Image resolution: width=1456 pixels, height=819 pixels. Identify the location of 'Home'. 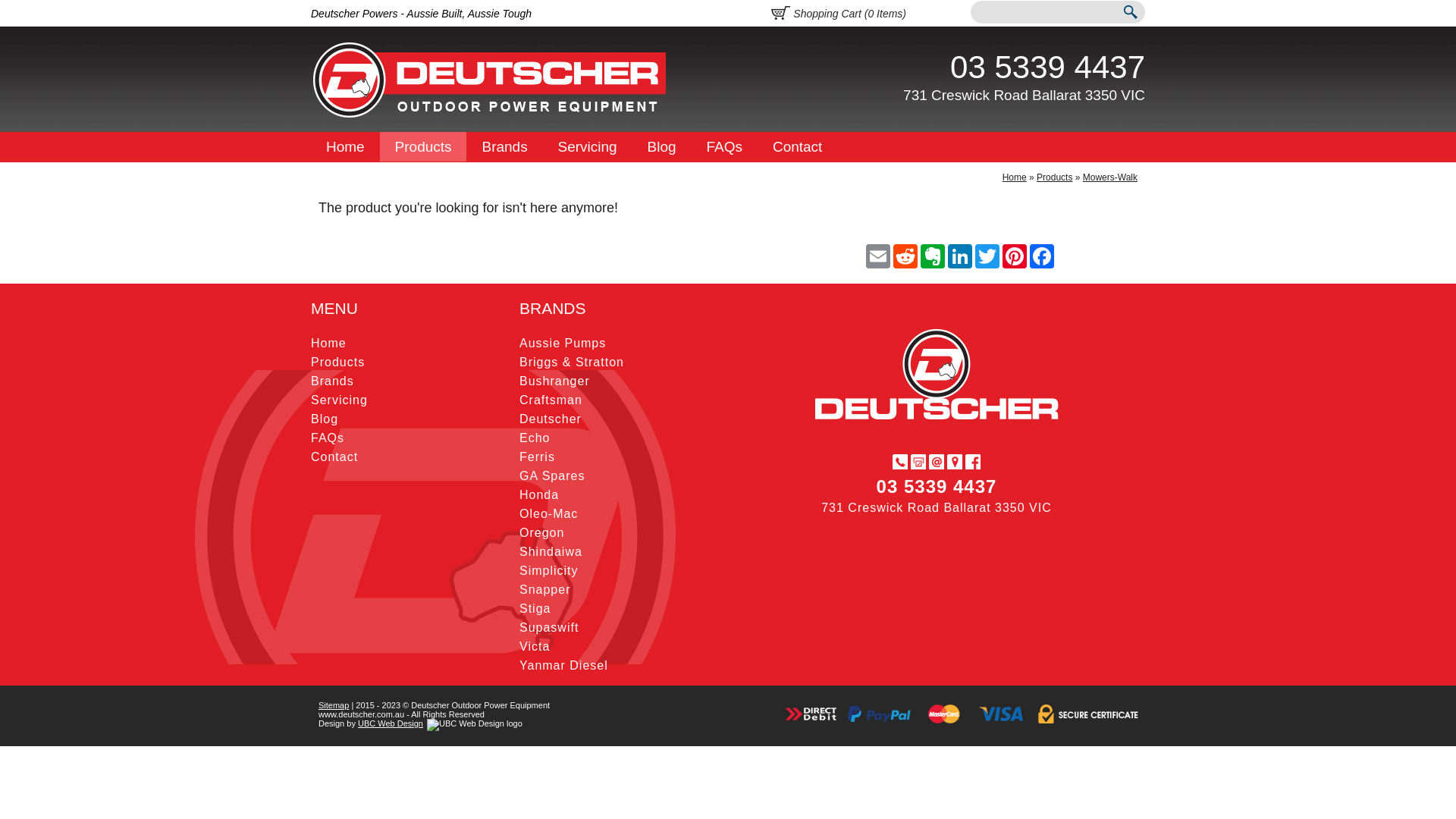
(344, 146).